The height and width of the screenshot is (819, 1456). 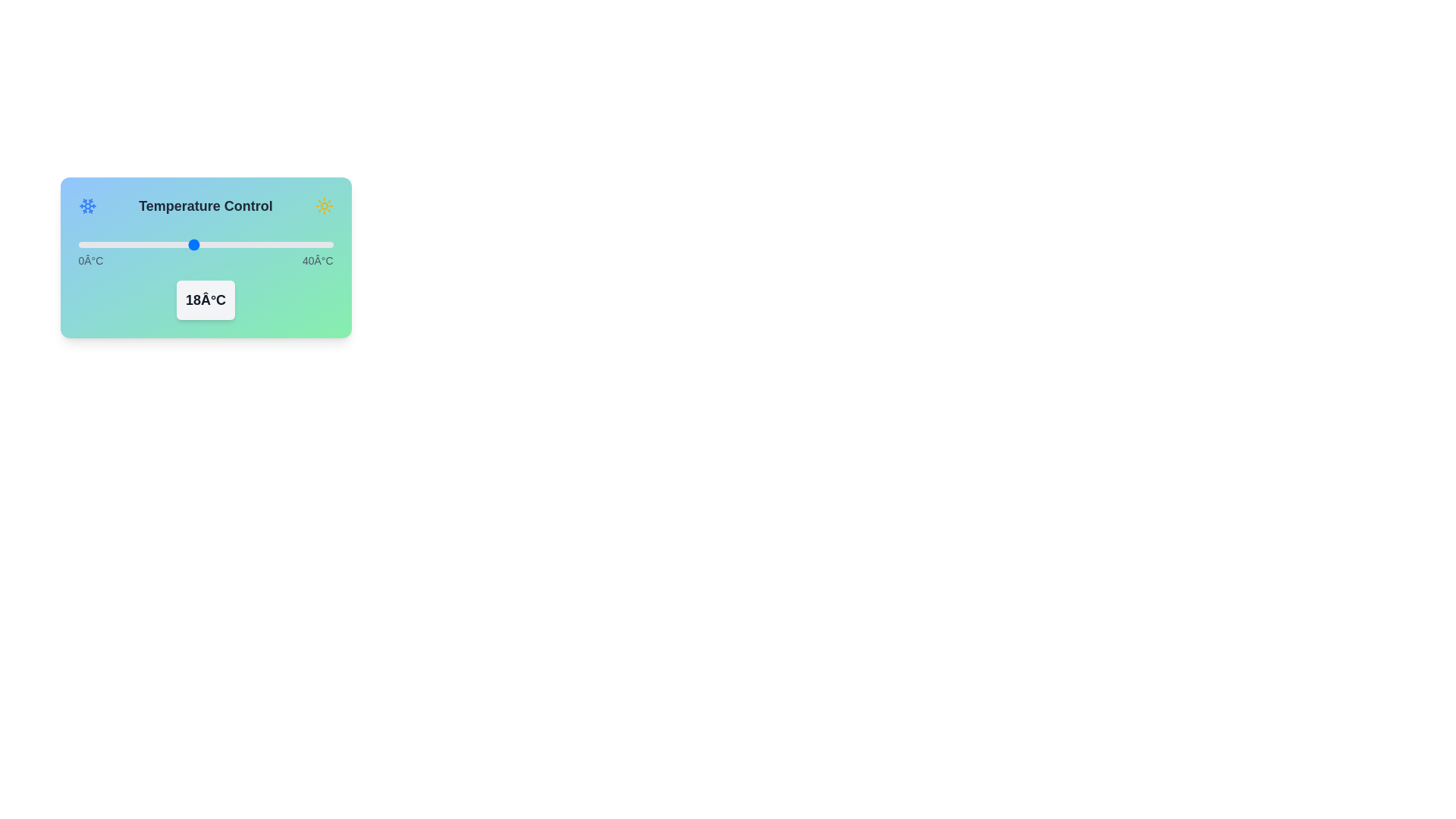 What do you see at coordinates (77, 244) in the screenshot?
I see `the temperature slider to 0°C to inspect the theme indicator` at bounding box center [77, 244].